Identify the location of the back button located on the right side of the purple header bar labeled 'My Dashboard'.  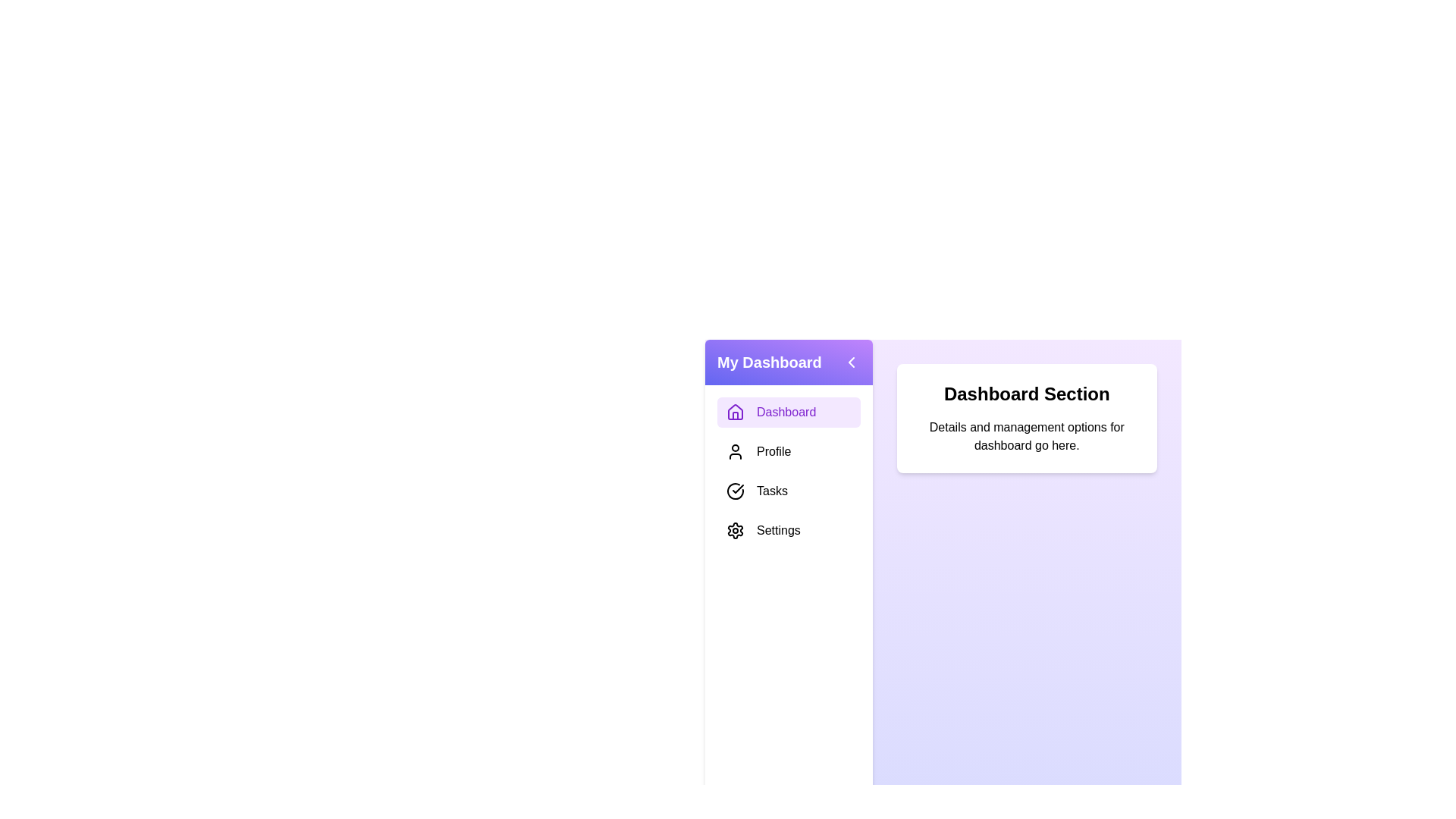
(851, 362).